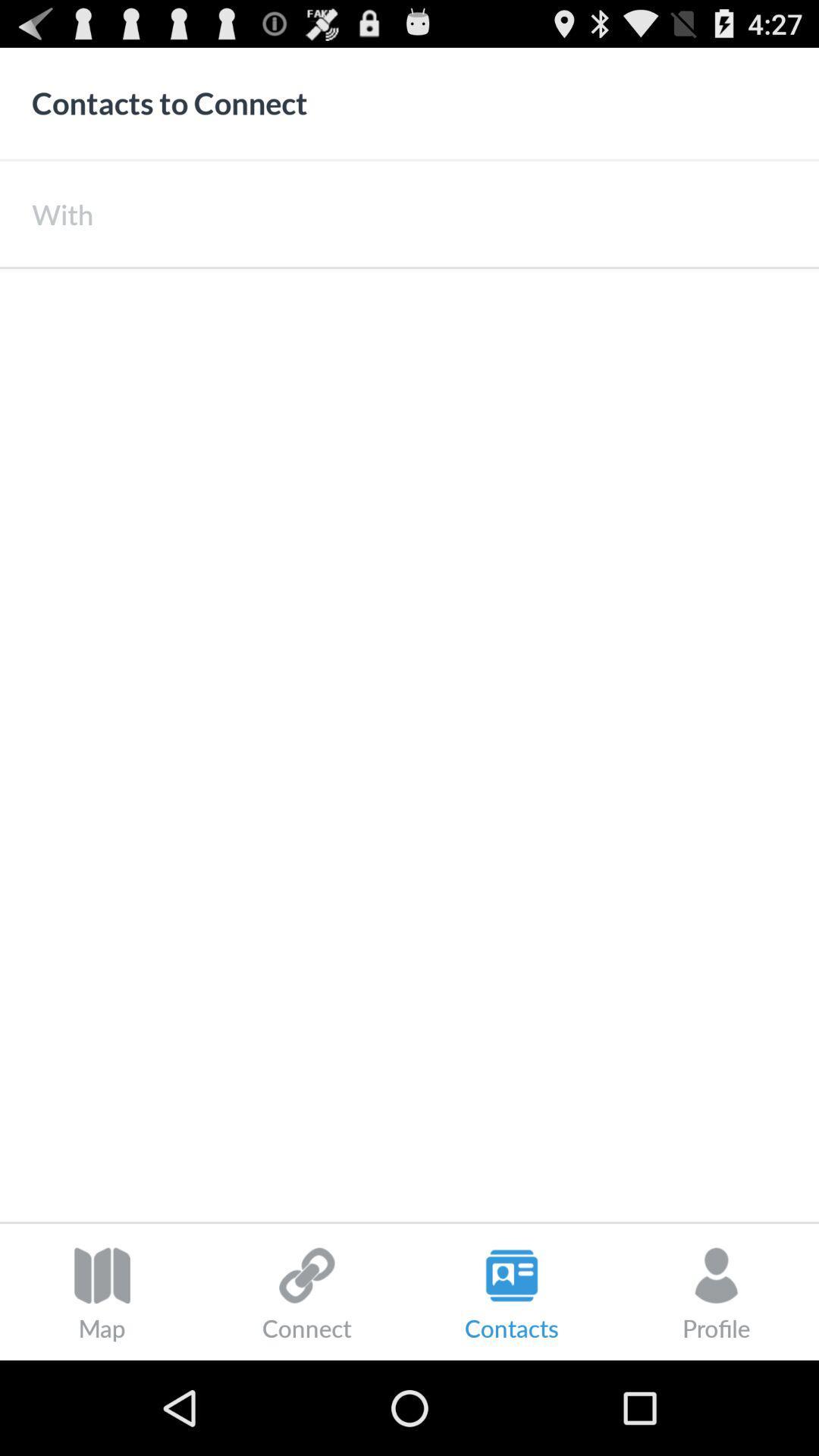 The width and height of the screenshot is (819, 1456). I want to click on the, so click(455, 213).